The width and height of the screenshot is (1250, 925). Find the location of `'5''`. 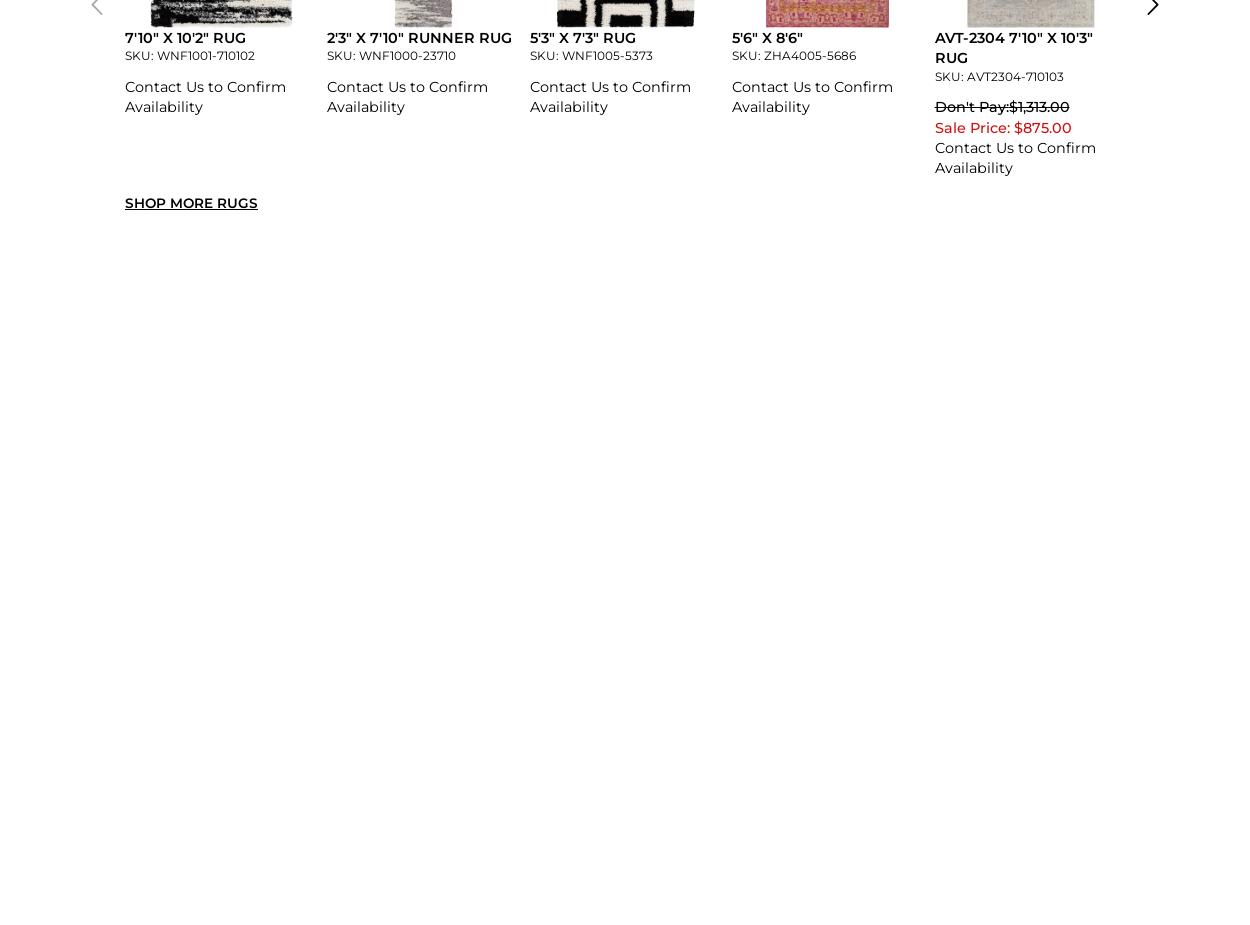

'5'' is located at coordinates (333, 680).